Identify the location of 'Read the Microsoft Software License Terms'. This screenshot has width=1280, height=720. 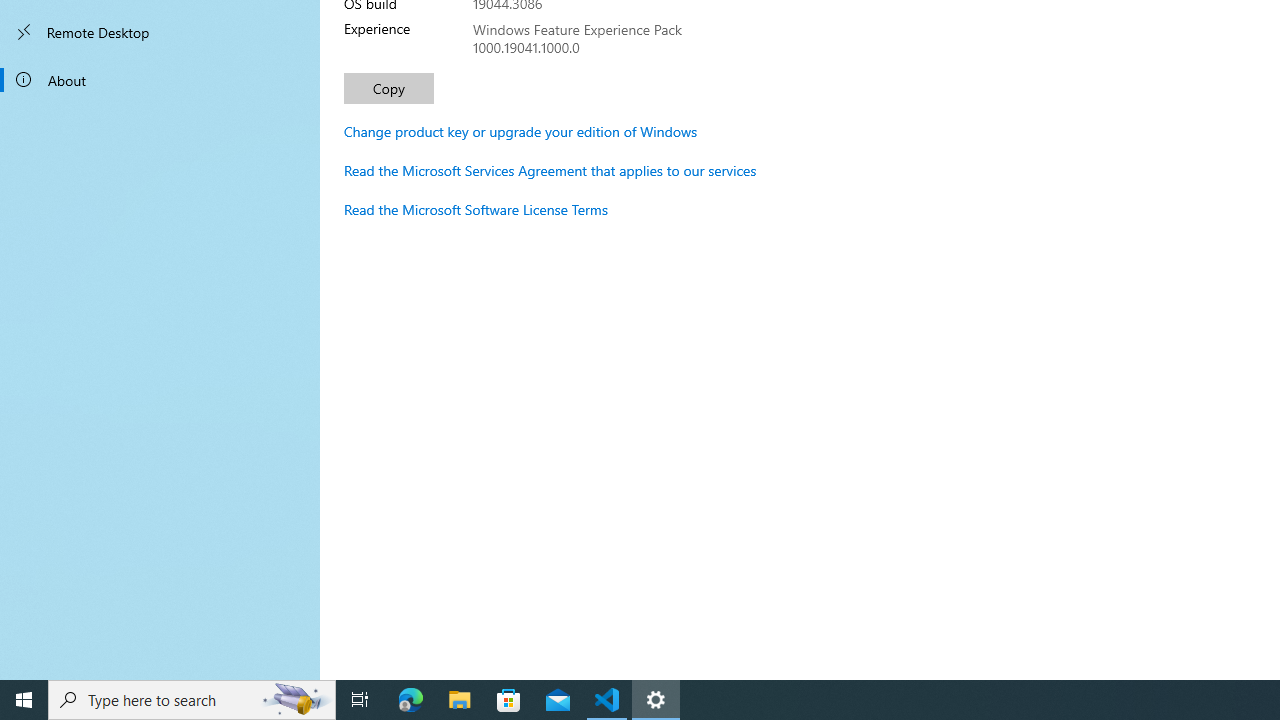
(475, 209).